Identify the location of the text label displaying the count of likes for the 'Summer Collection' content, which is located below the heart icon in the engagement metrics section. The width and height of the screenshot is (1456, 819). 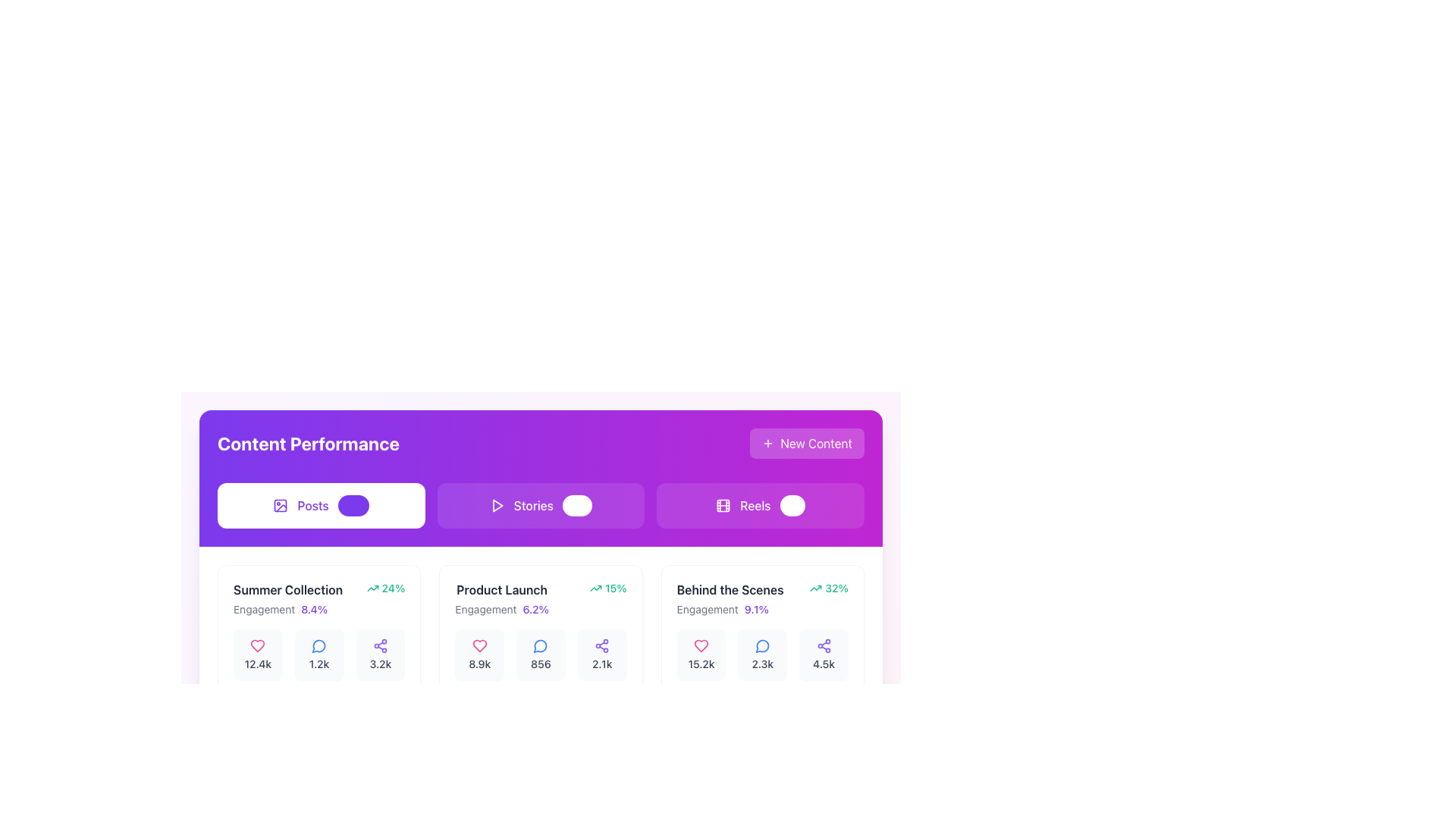
(258, 663).